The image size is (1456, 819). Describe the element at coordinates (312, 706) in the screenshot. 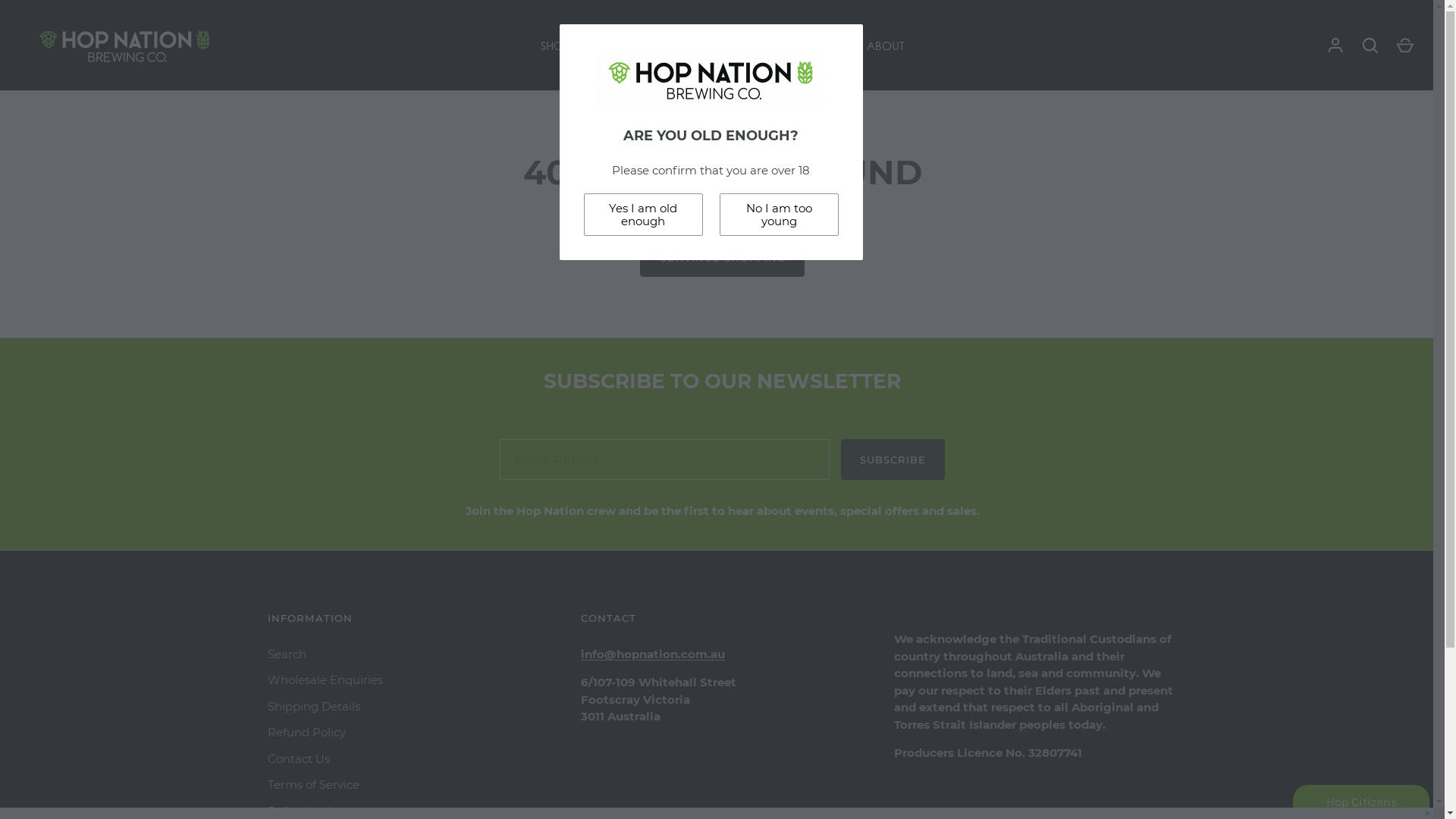

I see `'Shipping Details'` at that location.